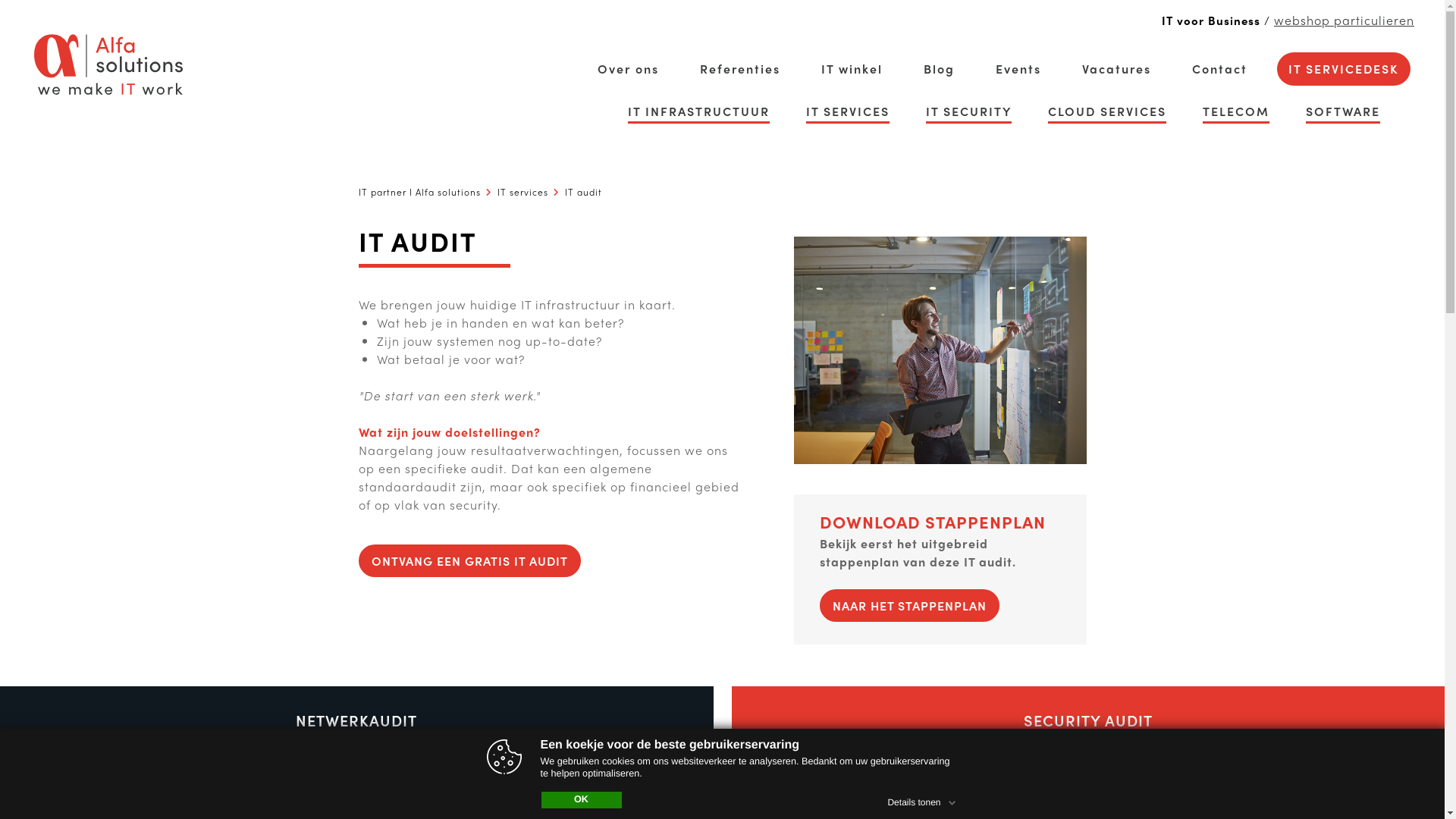 Image resolution: width=1456 pixels, height=819 pixels. I want to click on 'Over ons', so click(628, 69).